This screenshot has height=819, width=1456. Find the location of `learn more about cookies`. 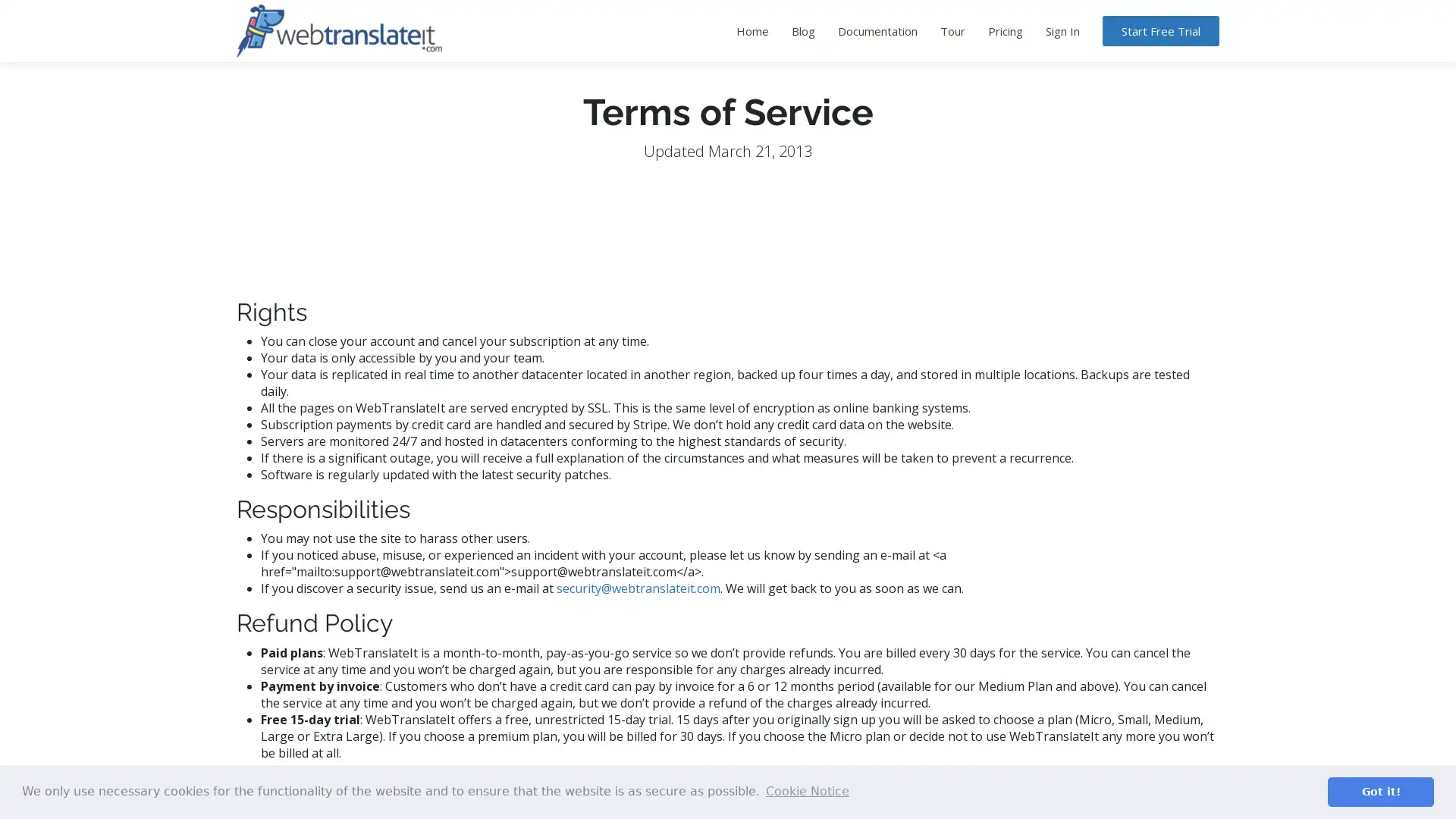

learn more about cookies is located at coordinates (806, 791).